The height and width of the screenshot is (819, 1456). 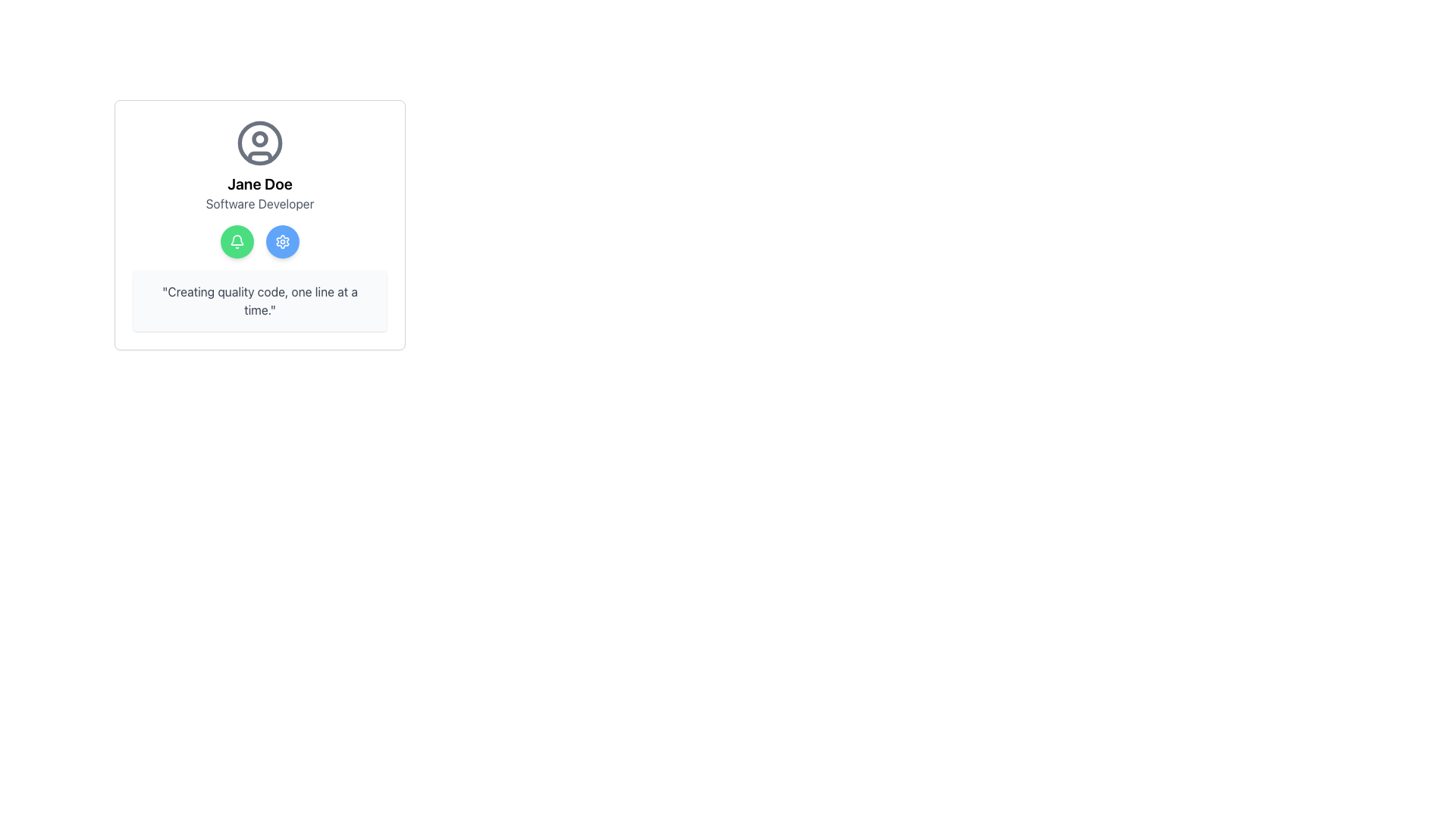 What do you see at coordinates (283, 241) in the screenshot?
I see `the settings icon (cogwheel symbol) located at the bottom-right of the profile card` at bounding box center [283, 241].